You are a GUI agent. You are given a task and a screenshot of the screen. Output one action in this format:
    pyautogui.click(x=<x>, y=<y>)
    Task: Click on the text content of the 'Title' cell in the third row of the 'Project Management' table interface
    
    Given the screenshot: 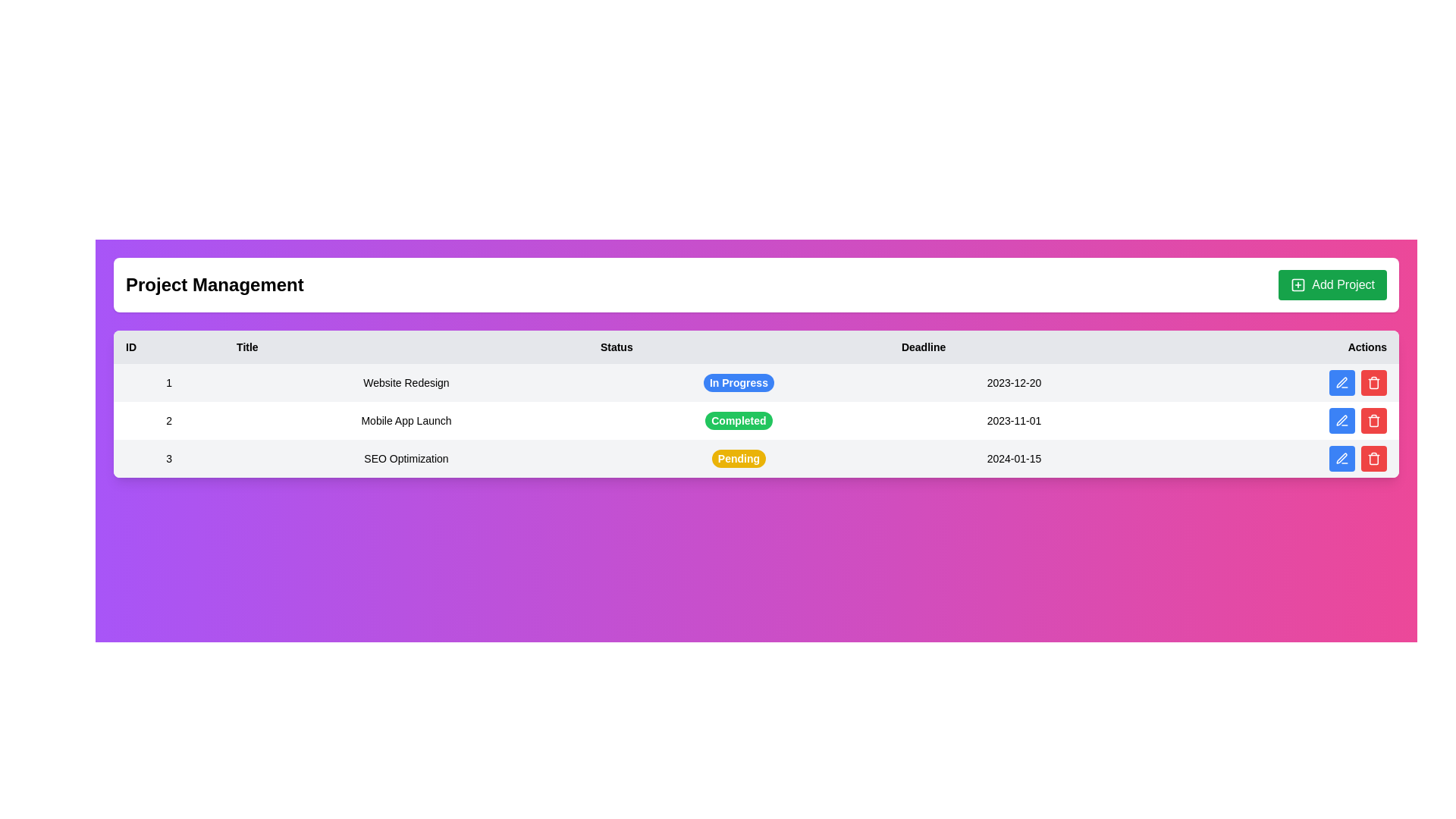 What is the action you would take?
    pyautogui.click(x=406, y=458)
    